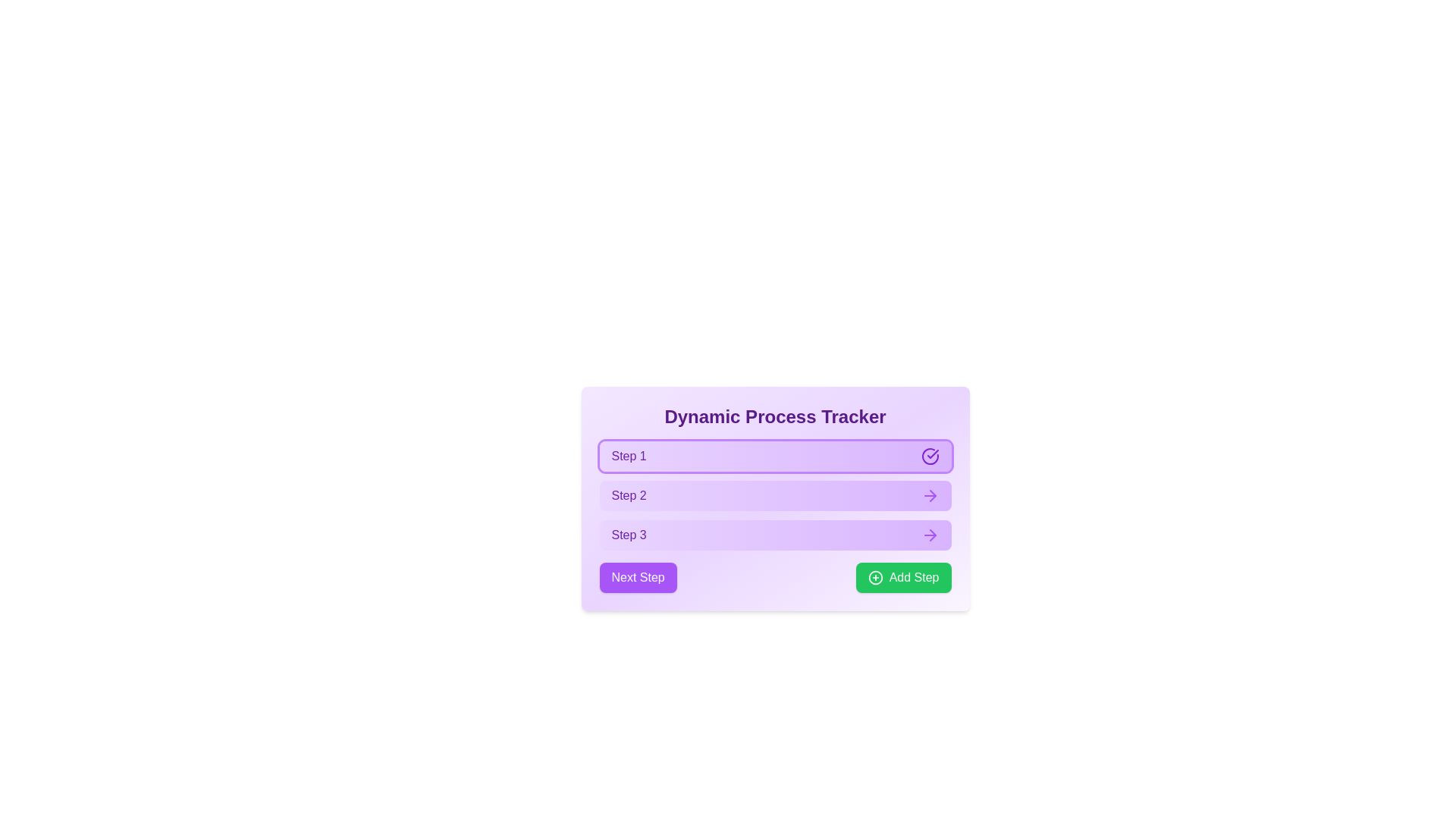 This screenshot has width=1456, height=819. Describe the element at coordinates (929, 534) in the screenshot. I see `the right-facing arrow icon with a gradient color transitioning to purple, located at the right-hand side of the 'Step 3' section, to proceed to the next step` at that location.